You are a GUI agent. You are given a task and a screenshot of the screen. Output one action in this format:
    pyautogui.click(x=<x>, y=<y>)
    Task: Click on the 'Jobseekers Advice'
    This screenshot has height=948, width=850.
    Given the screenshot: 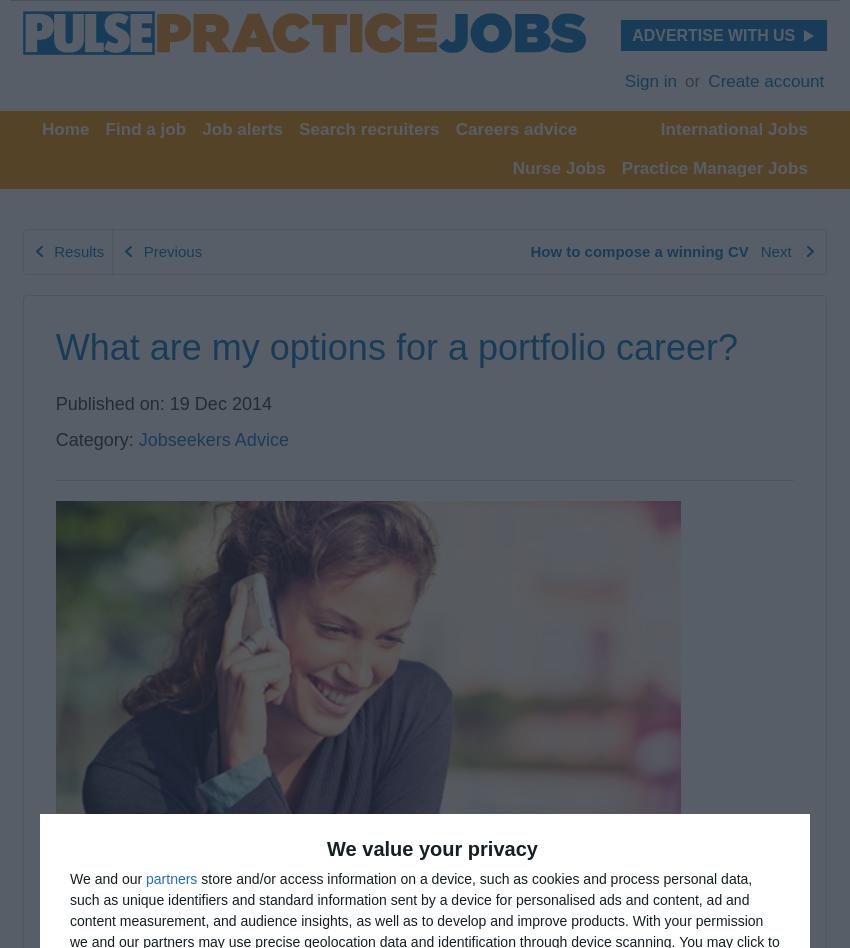 What is the action you would take?
    pyautogui.click(x=212, y=438)
    